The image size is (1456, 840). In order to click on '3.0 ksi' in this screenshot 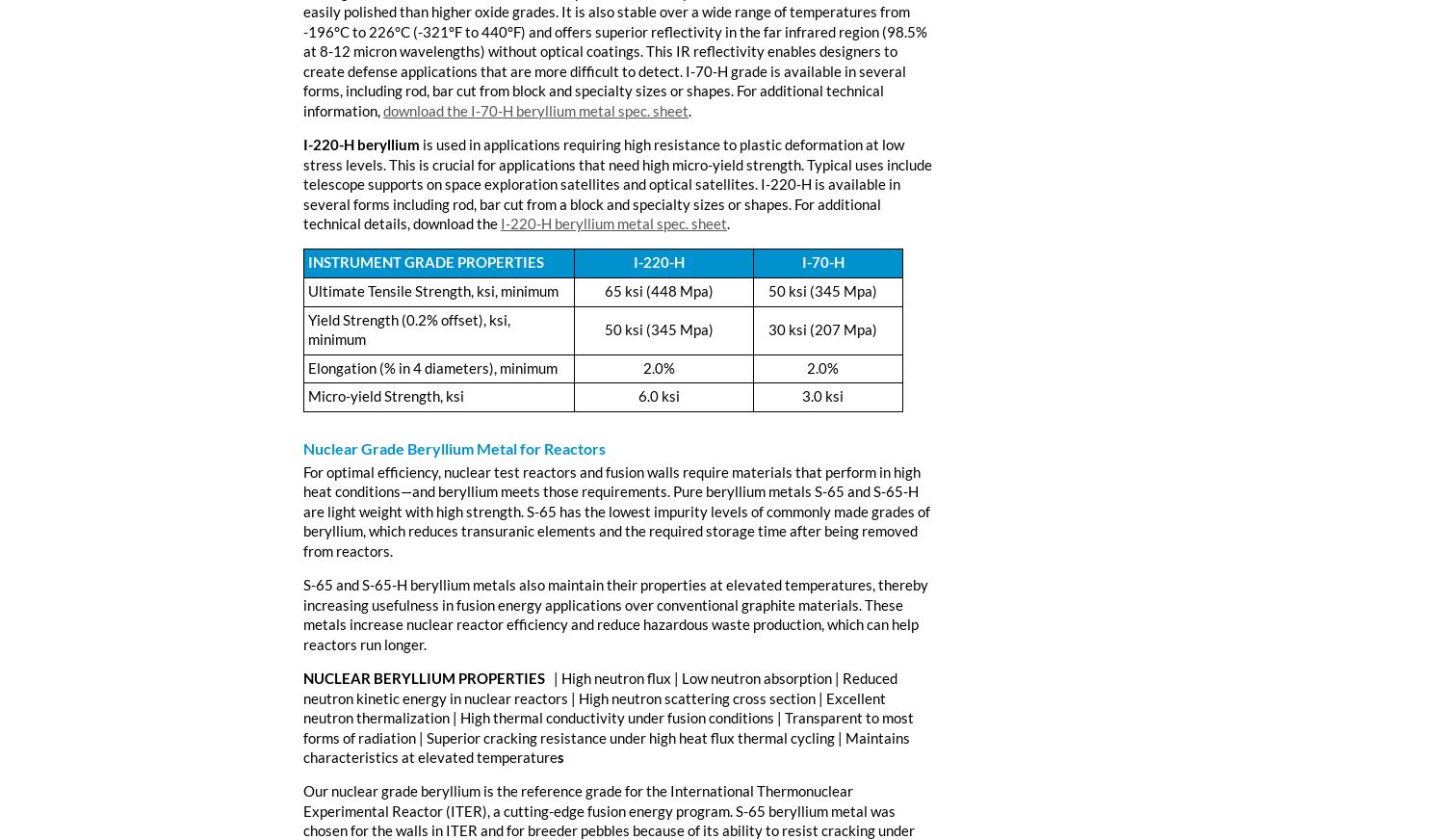, I will do `click(821, 396)`.